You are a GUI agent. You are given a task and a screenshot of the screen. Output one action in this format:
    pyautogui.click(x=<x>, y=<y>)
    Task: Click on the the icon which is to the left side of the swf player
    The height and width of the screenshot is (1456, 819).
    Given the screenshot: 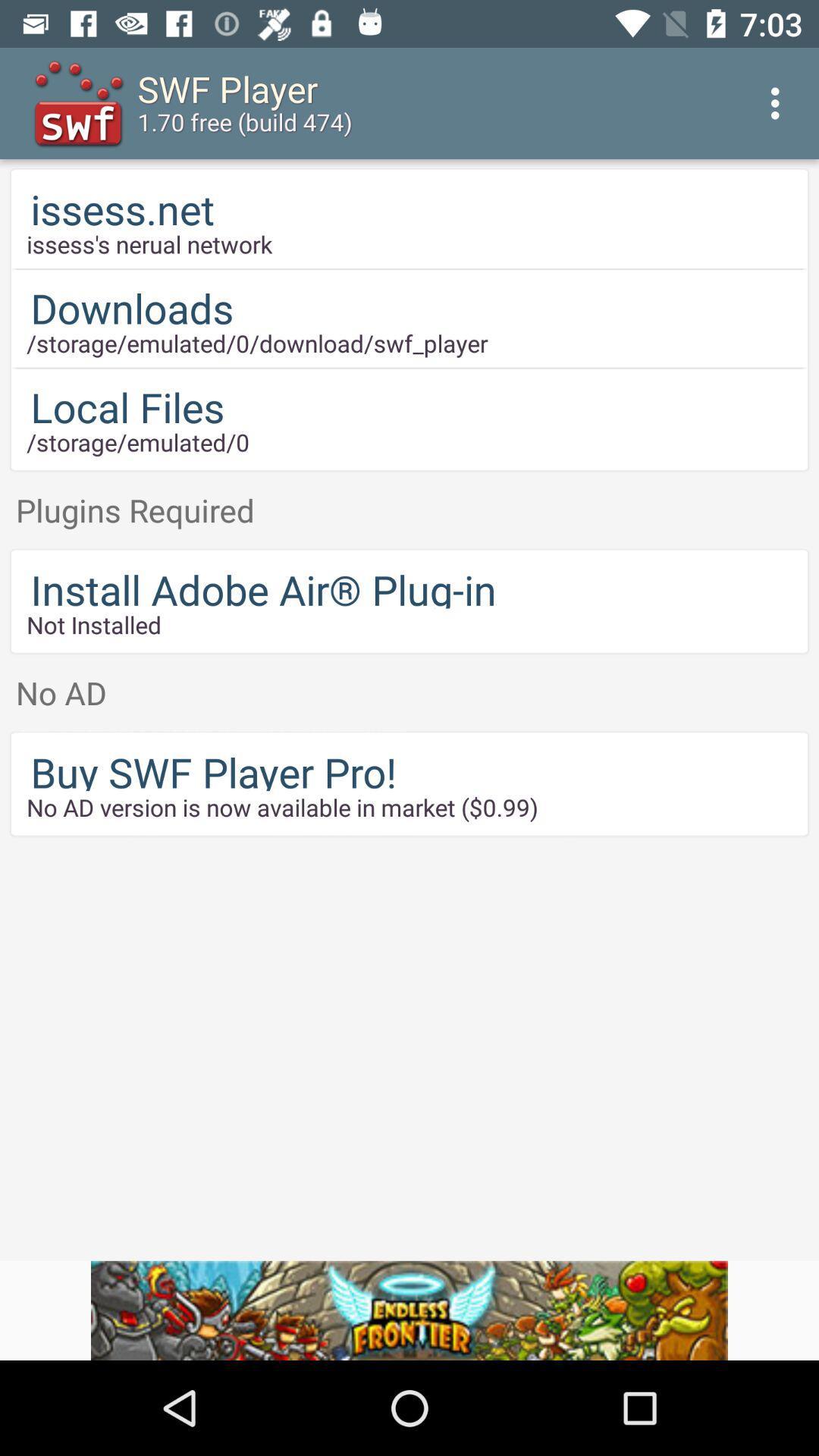 What is the action you would take?
    pyautogui.click(x=79, y=103)
    